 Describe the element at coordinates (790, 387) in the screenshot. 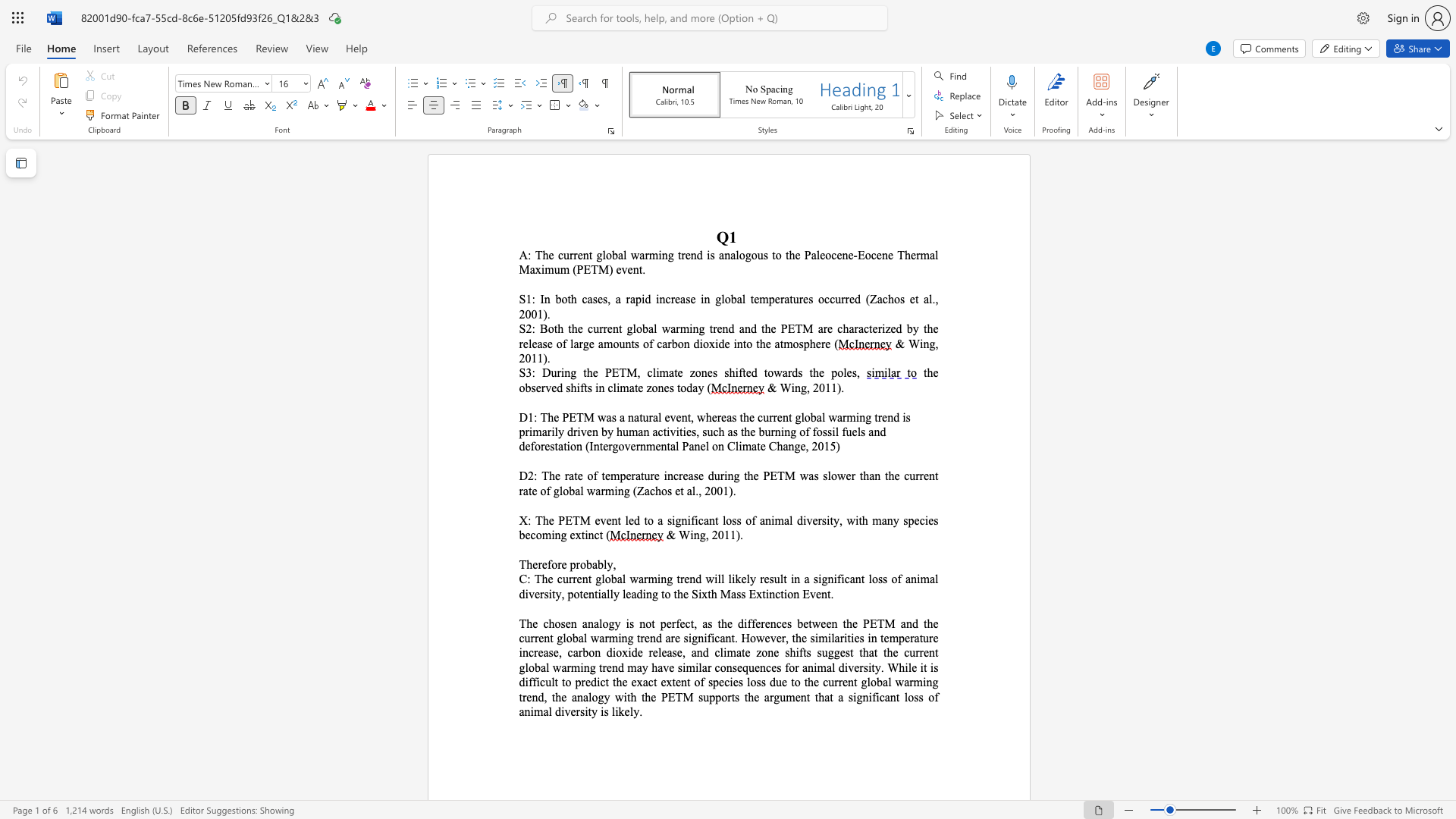

I see `the subset text "ing," within the text "& Wing, 20"` at that location.